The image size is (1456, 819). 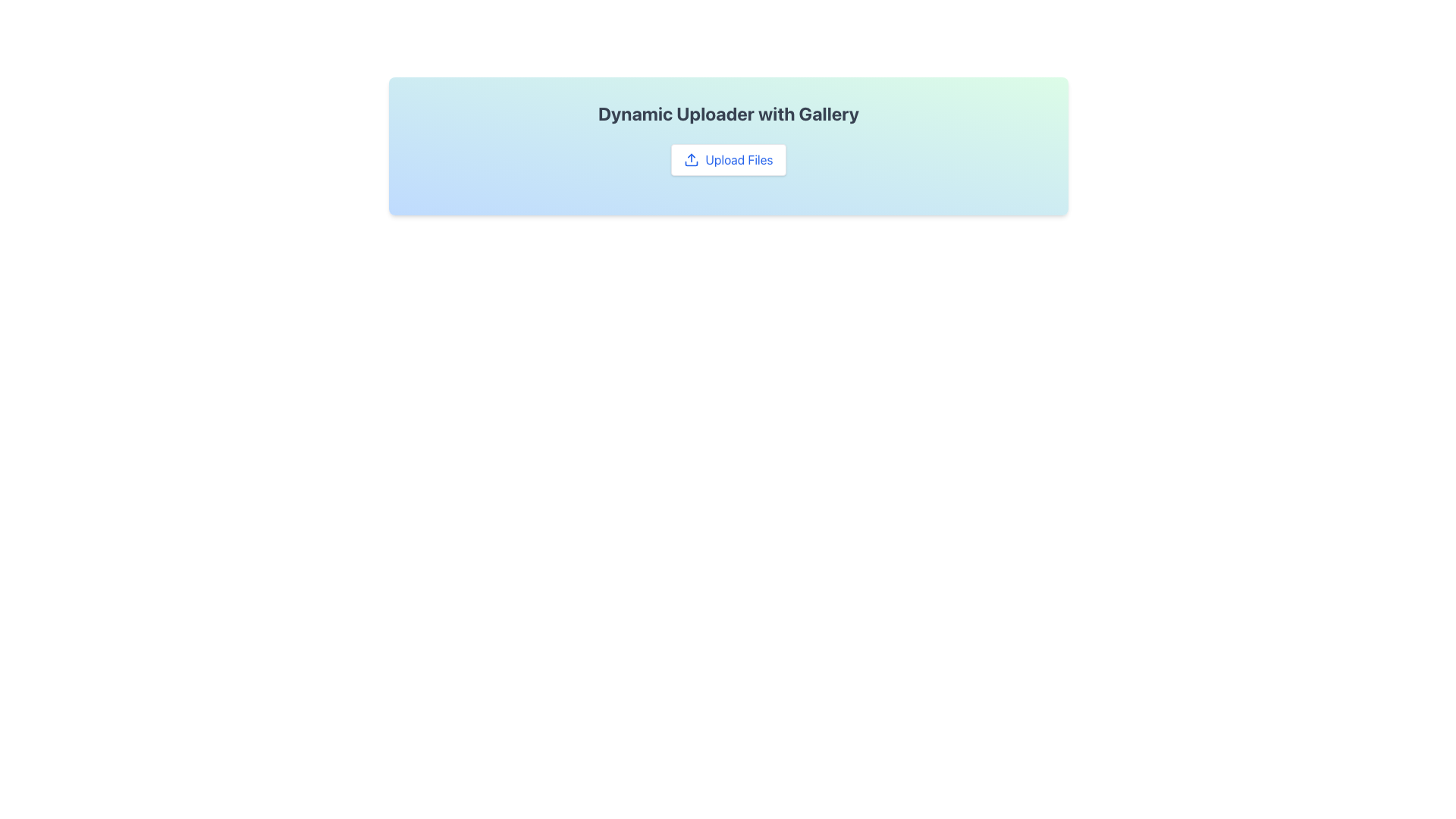 I want to click on the 'Upload Files' button which has a white background, rounded corners, and a blue text label, so click(x=728, y=160).